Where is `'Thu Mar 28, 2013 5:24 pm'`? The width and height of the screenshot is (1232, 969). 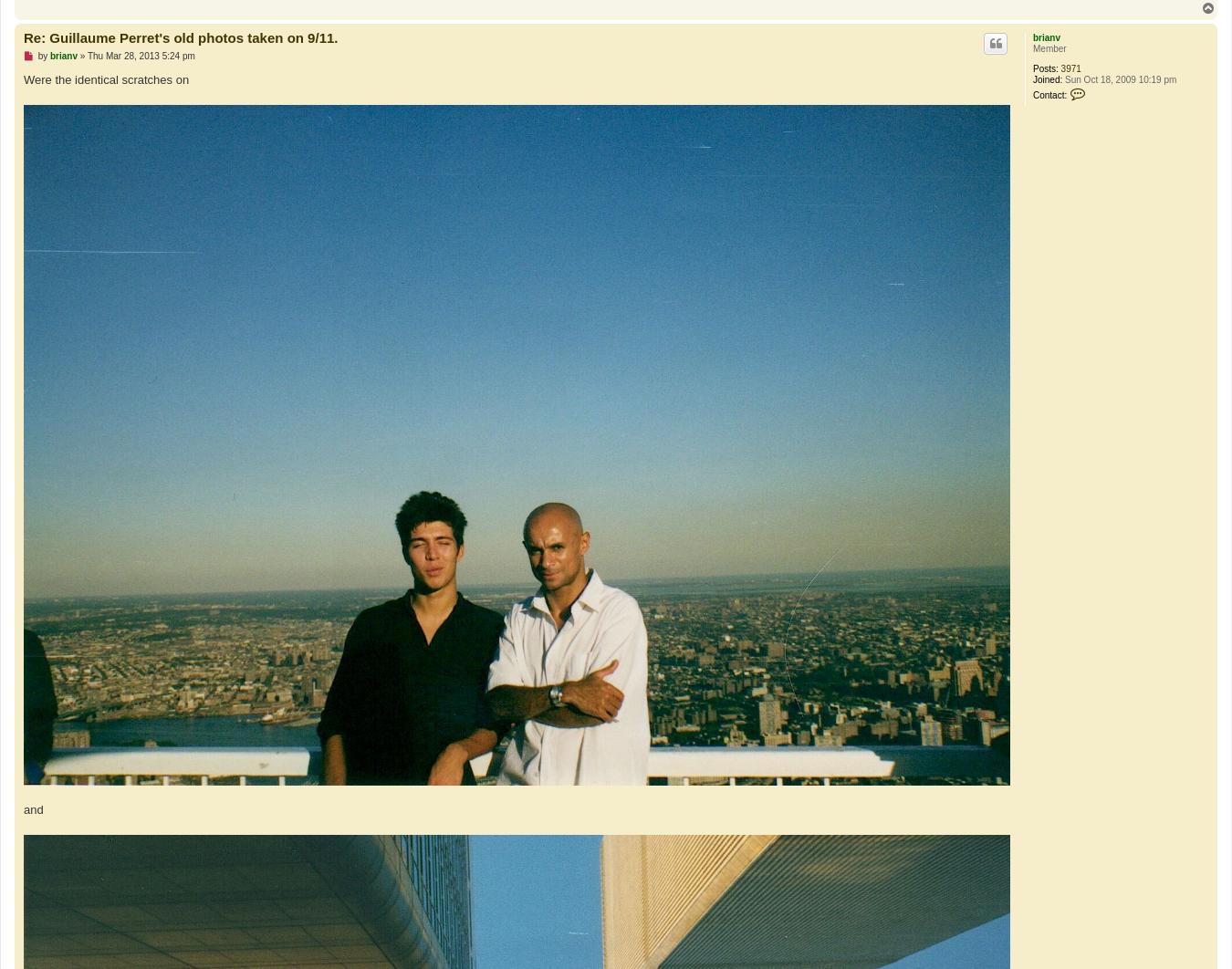
'Thu Mar 28, 2013 5:24 pm' is located at coordinates (86, 56).